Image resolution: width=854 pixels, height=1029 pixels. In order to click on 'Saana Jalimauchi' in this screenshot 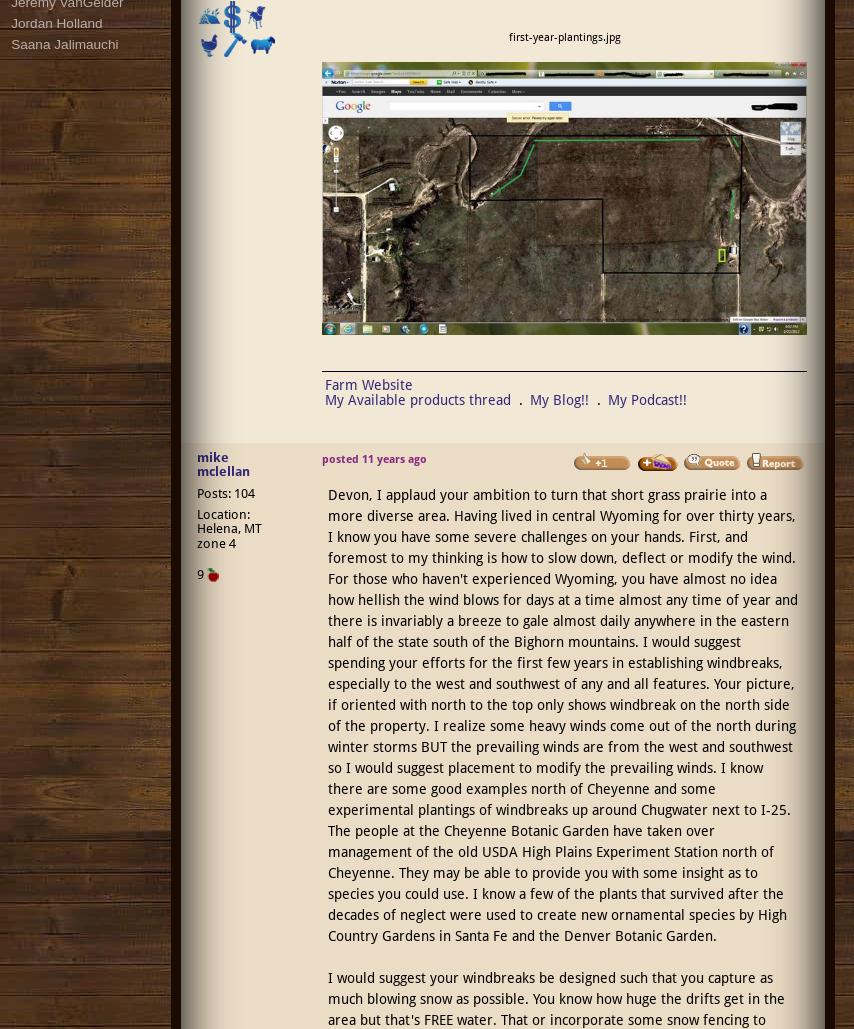, I will do `click(63, 43)`.